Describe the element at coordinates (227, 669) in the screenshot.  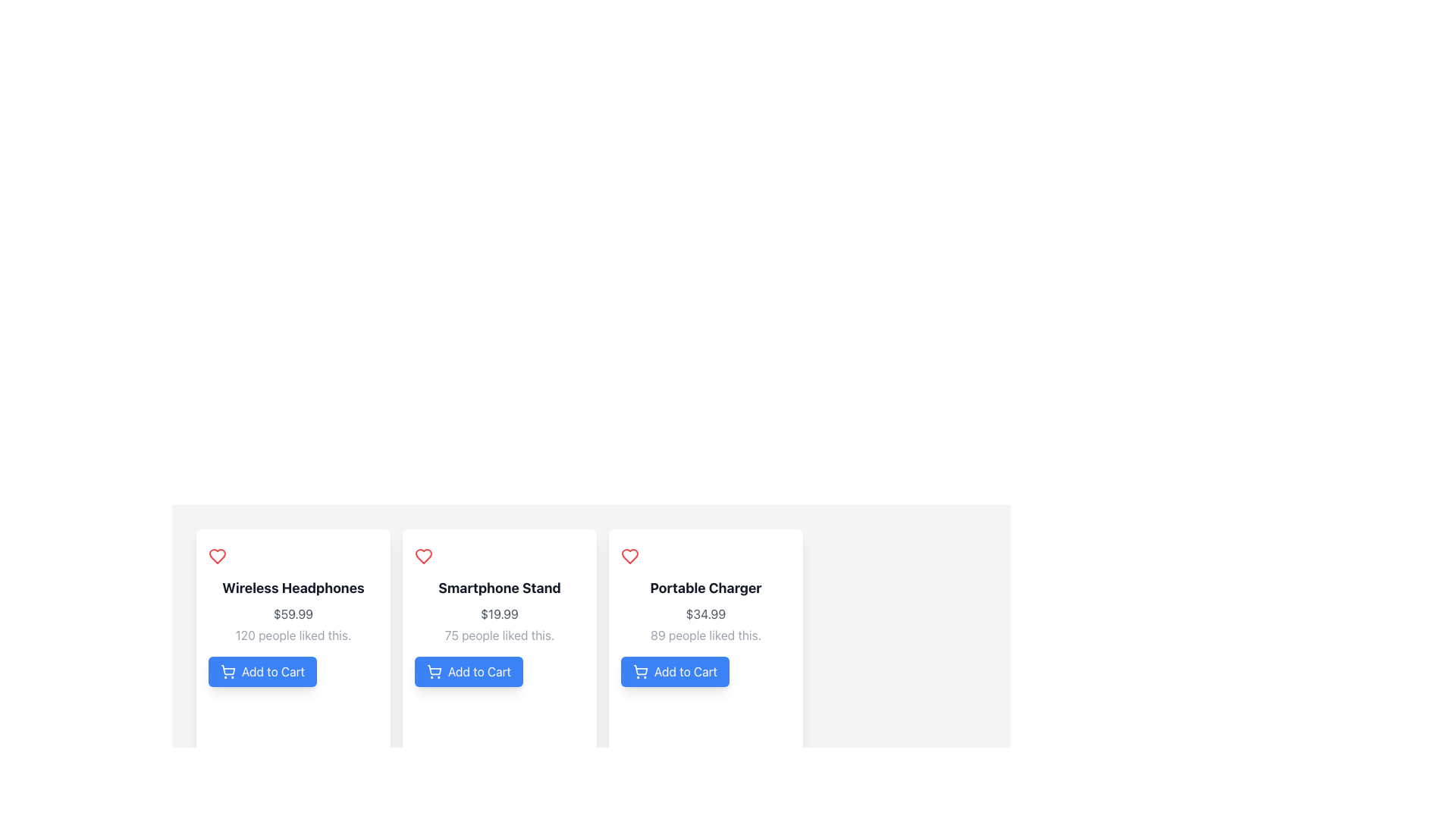
I see `the 'Add to Cart' button located under the 'Wireless Headphones' product, which contains a blue cart-shaped icon as a visual signifier` at that location.